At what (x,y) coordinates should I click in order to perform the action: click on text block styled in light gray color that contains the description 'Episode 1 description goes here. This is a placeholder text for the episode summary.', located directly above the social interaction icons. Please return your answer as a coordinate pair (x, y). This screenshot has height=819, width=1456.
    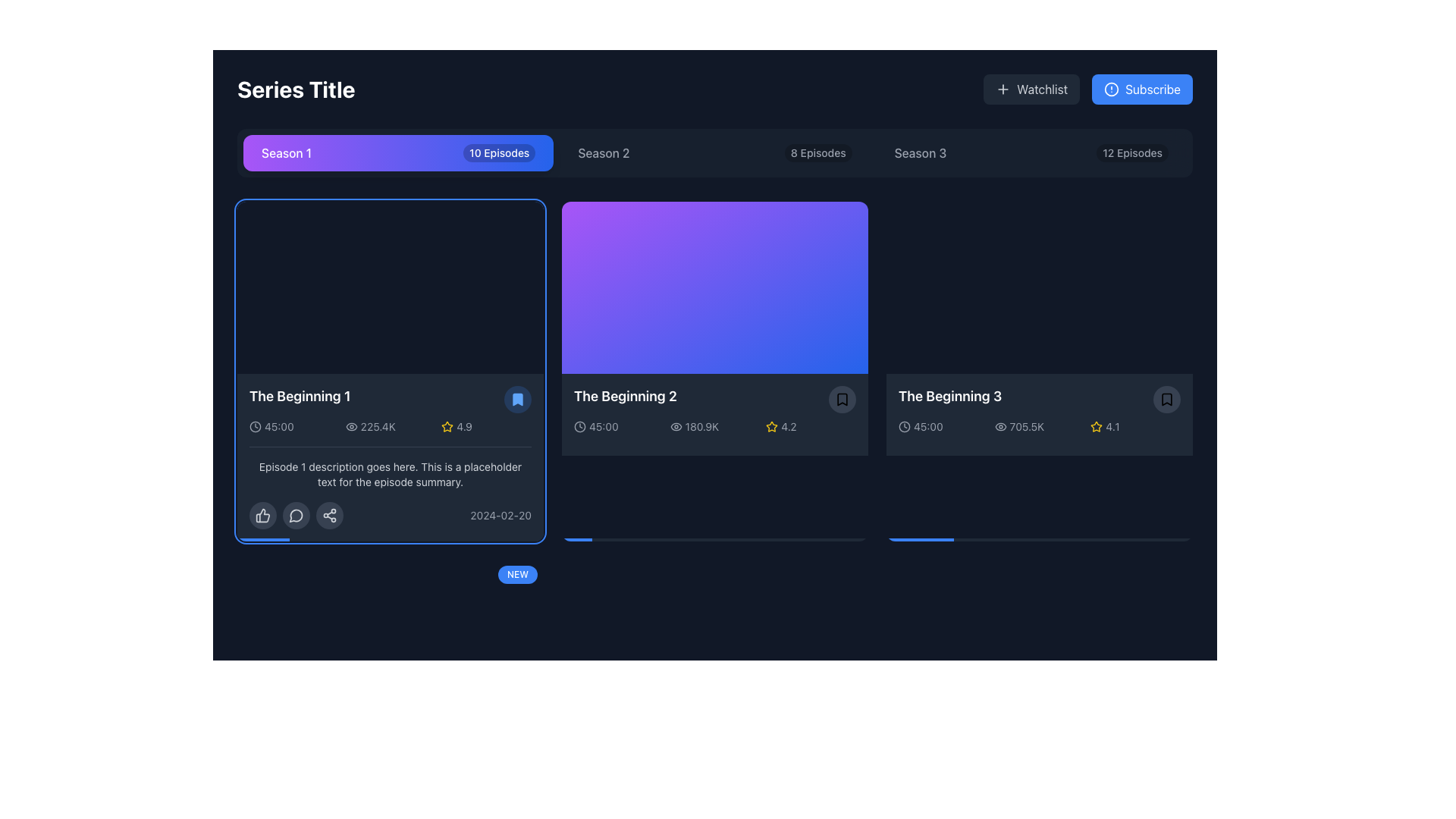
    Looking at the image, I should click on (390, 473).